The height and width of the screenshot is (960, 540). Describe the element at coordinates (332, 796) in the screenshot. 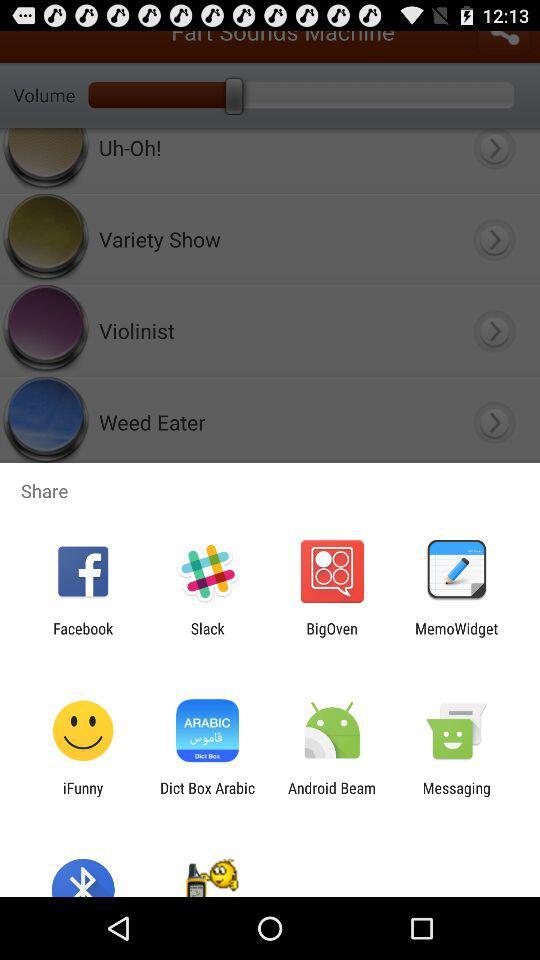

I see `the icon next to messaging app` at that location.